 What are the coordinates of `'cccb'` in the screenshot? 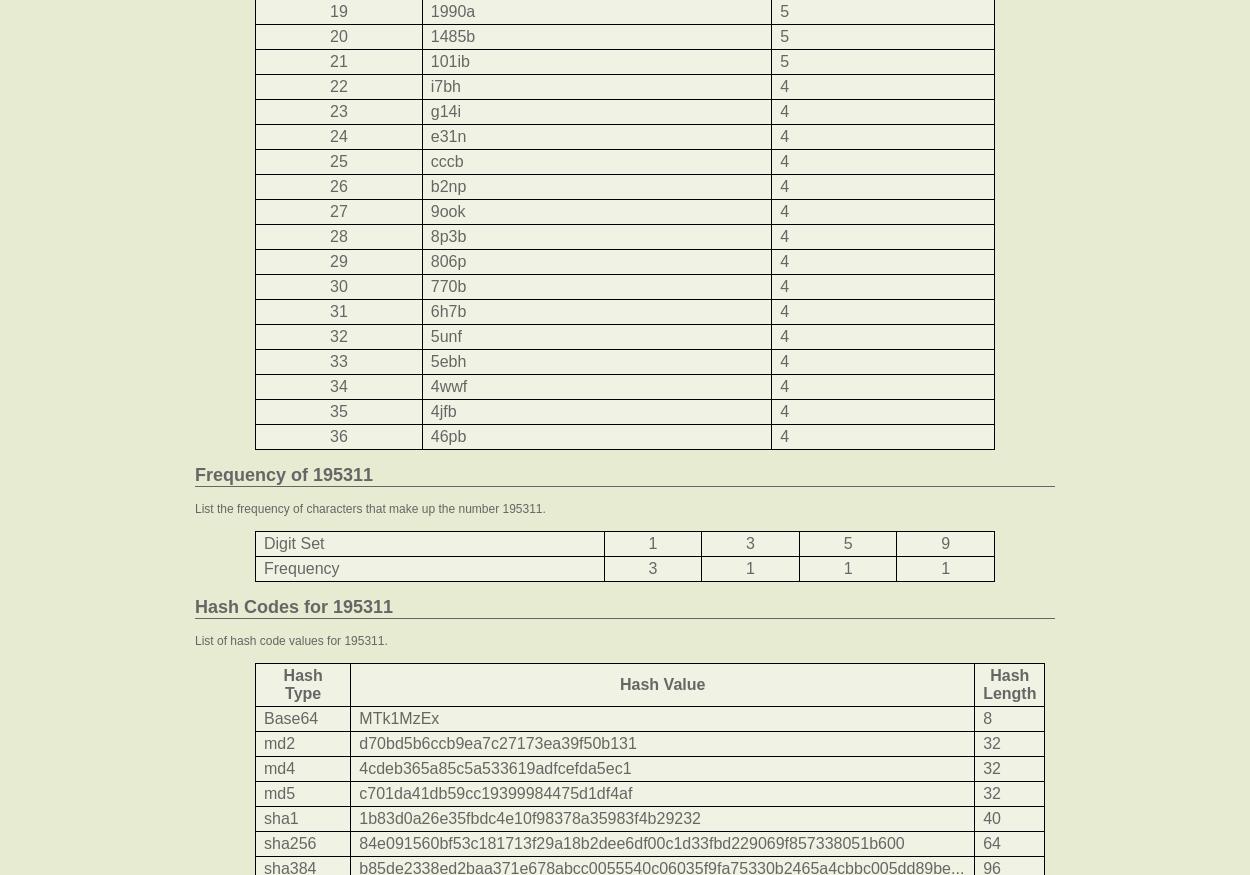 It's located at (445, 160).